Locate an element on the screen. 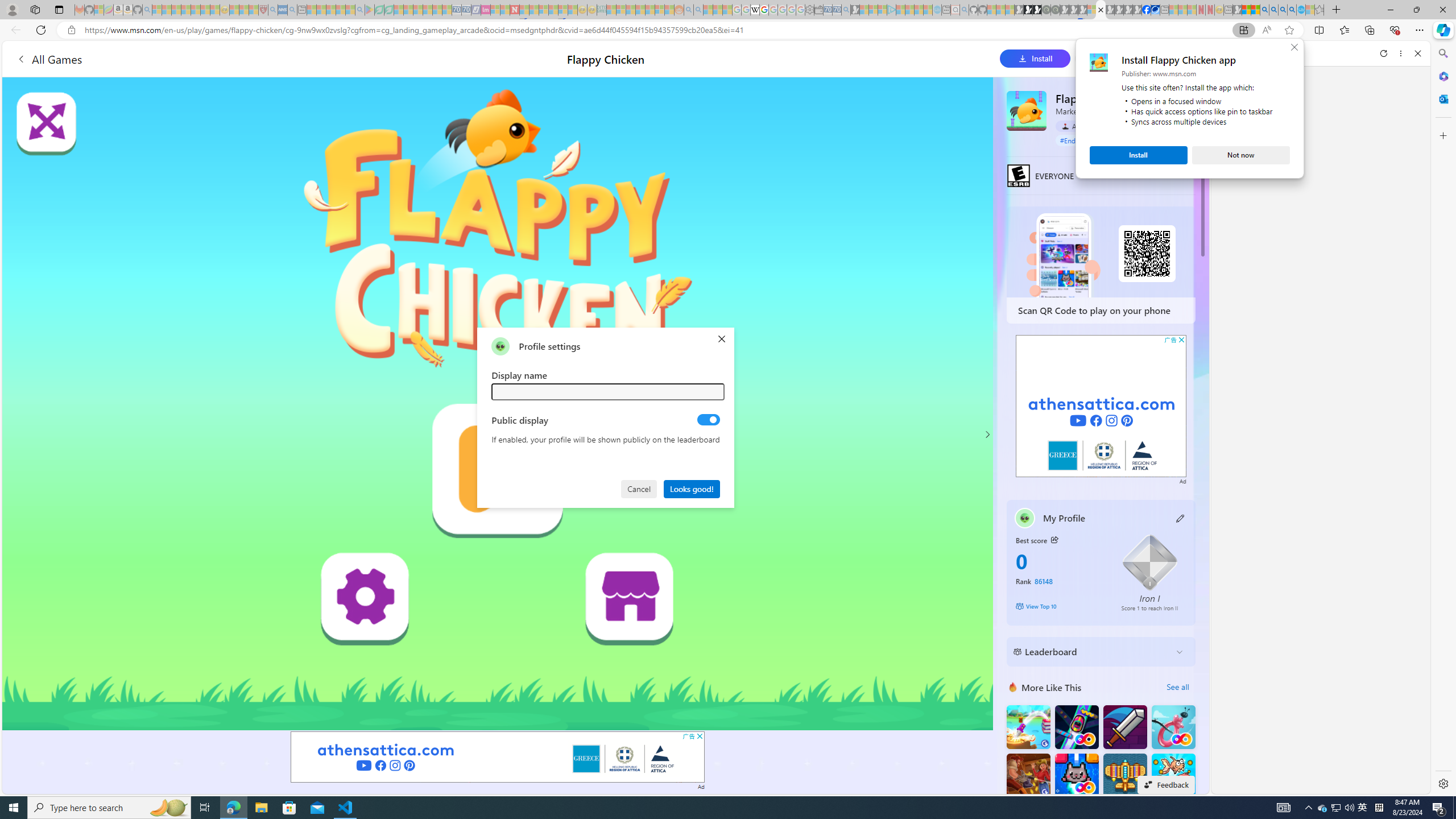 This screenshot has height=819, width=1456. 'Services - Maintenance | Sky Blue Bikes - Sky Blue Bikes' is located at coordinates (1300, 9).